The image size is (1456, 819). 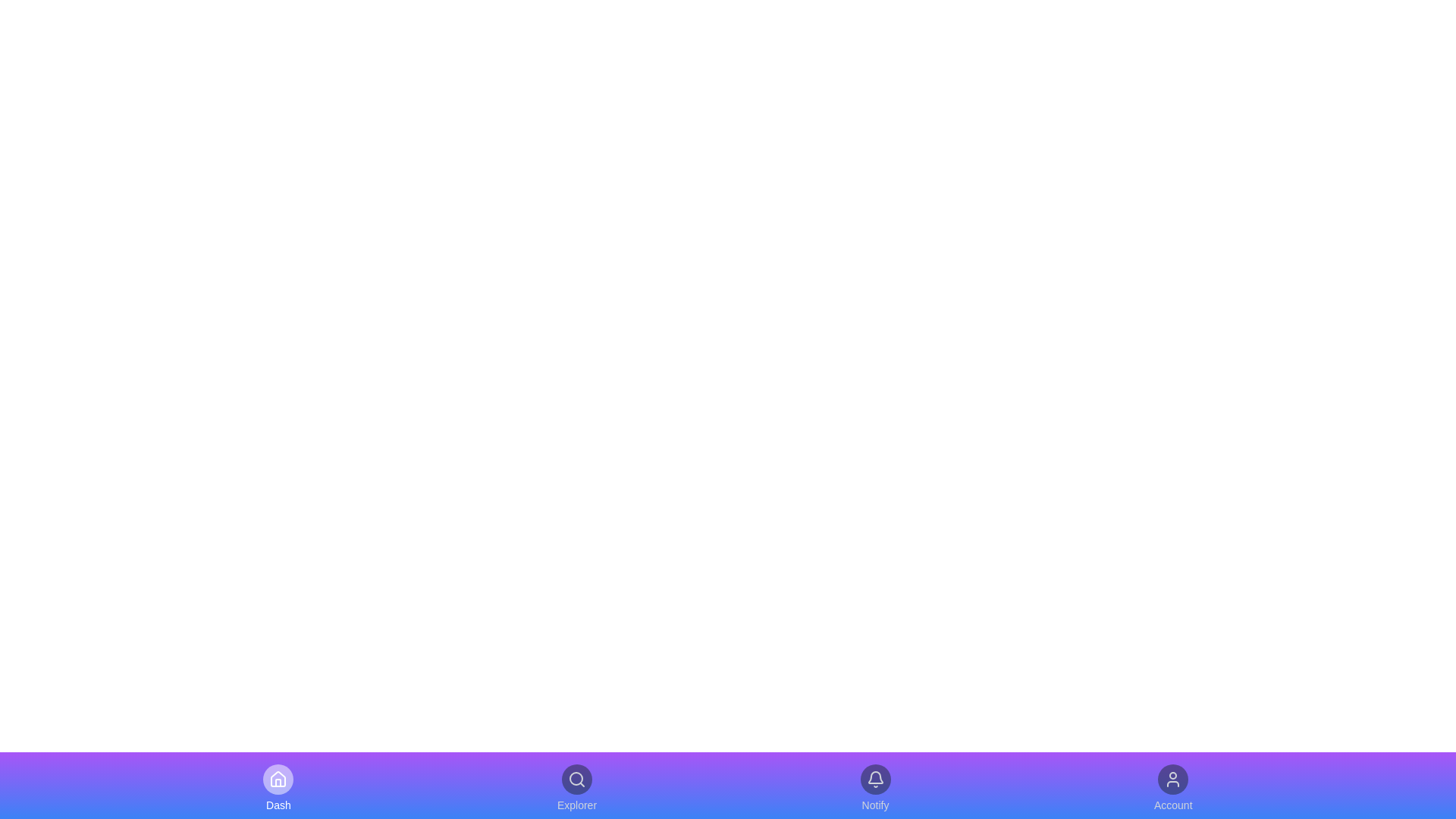 I want to click on the navigation item labeled Notify, so click(x=875, y=788).